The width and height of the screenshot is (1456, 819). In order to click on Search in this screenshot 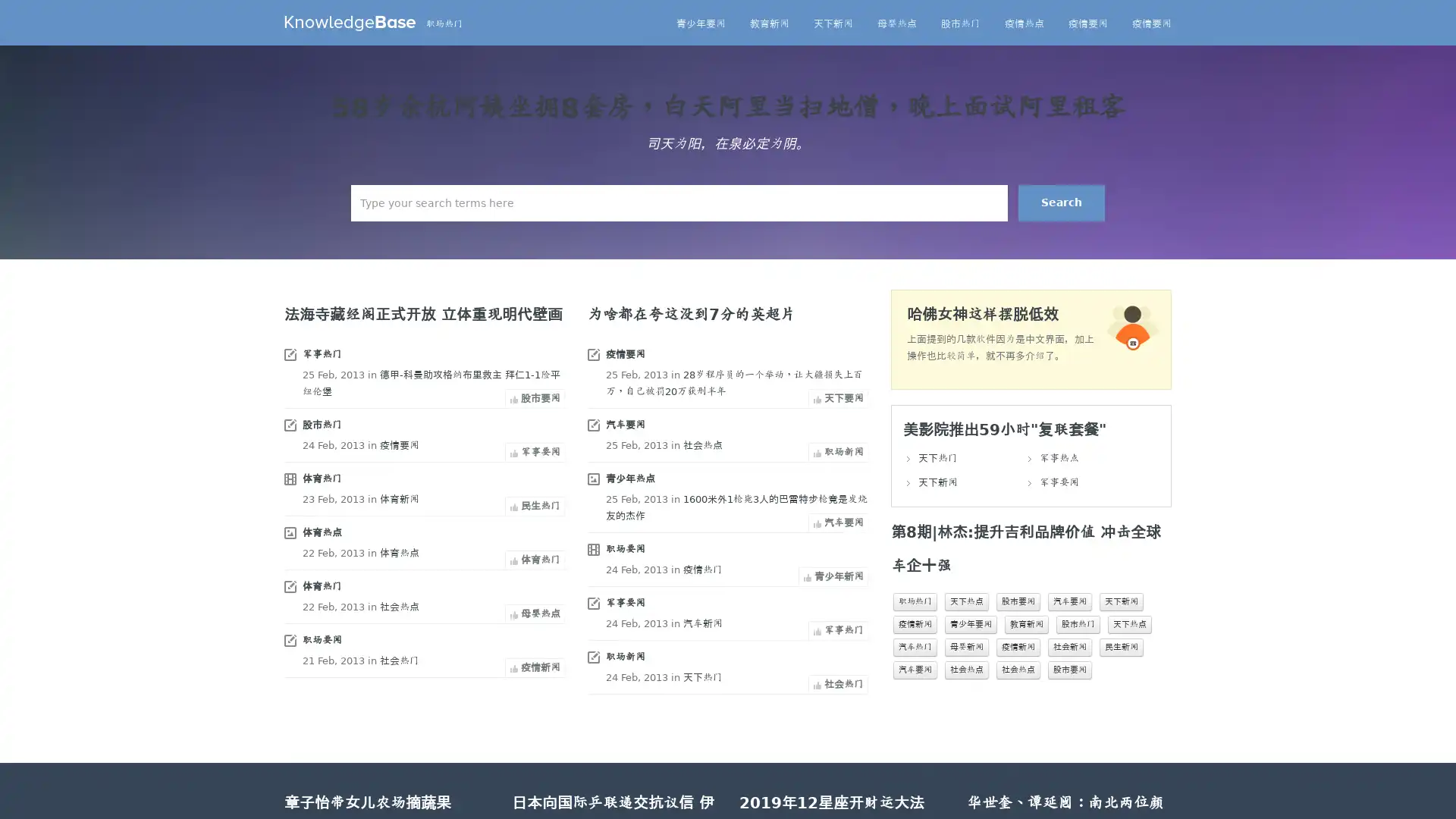, I will do `click(1061, 202)`.